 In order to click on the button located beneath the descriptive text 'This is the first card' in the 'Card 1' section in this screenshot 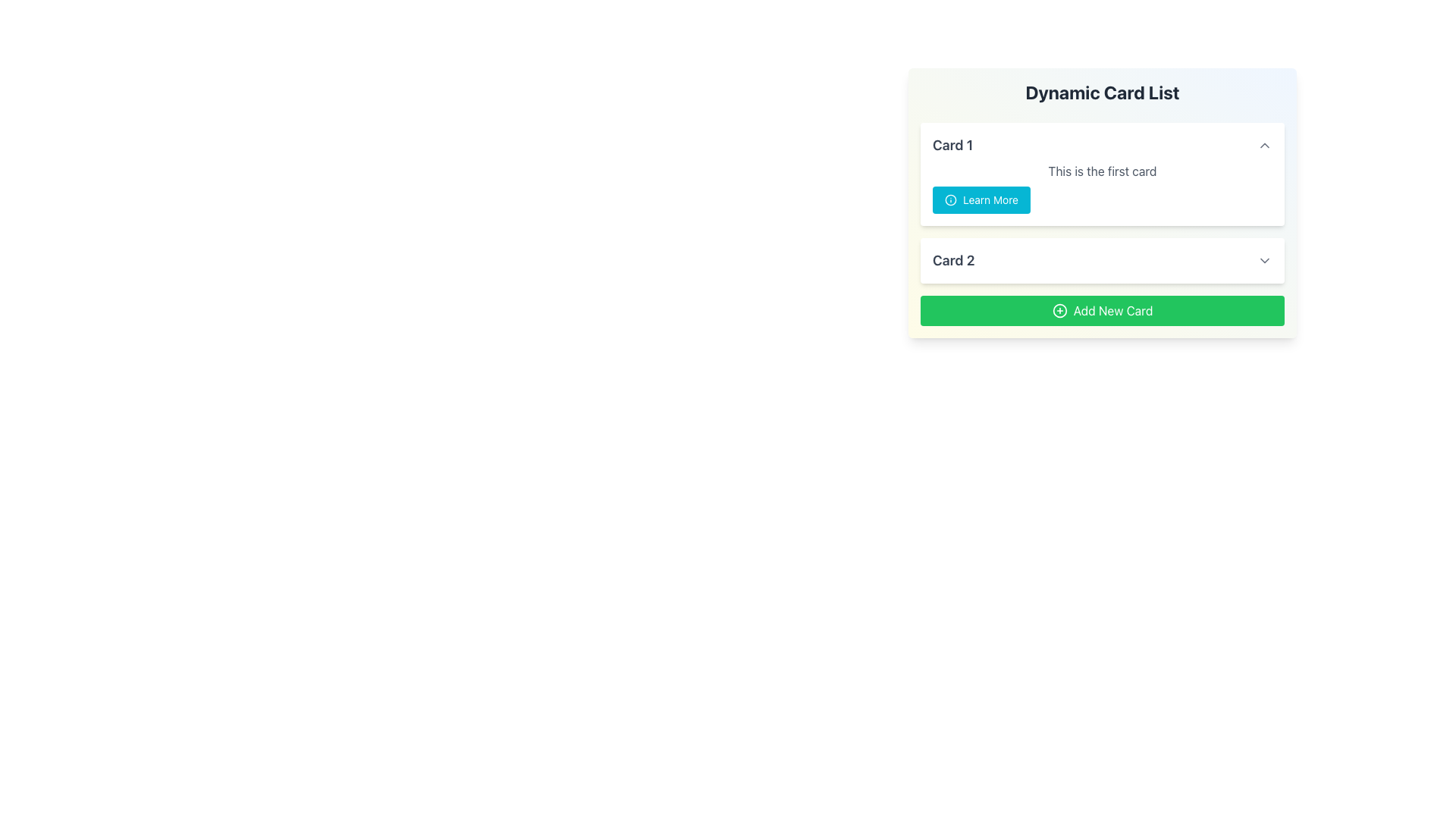, I will do `click(981, 199)`.